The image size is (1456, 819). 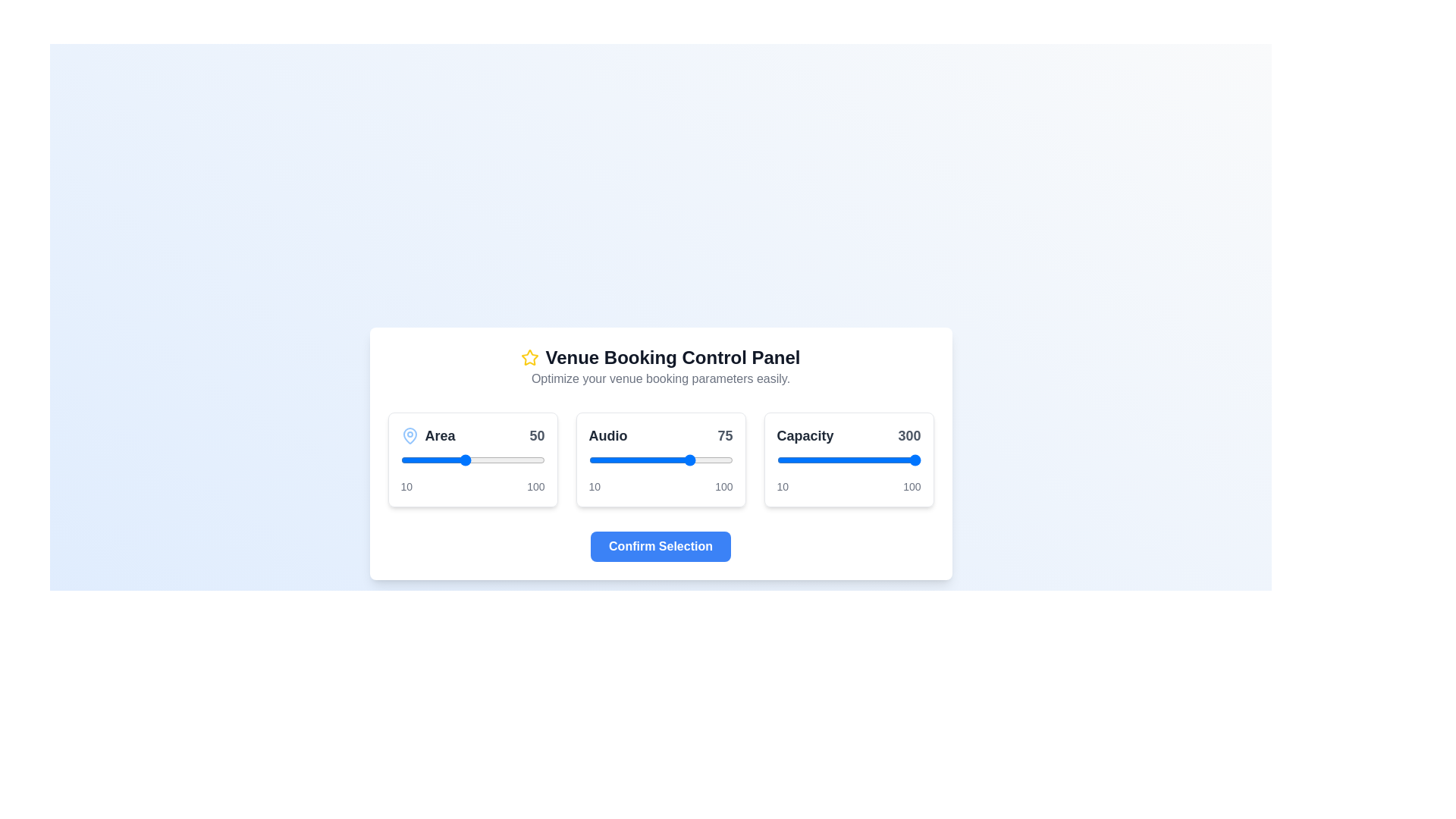 What do you see at coordinates (530, 459) in the screenshot?
I see `the Area slider` at bounding box center [530, 459].